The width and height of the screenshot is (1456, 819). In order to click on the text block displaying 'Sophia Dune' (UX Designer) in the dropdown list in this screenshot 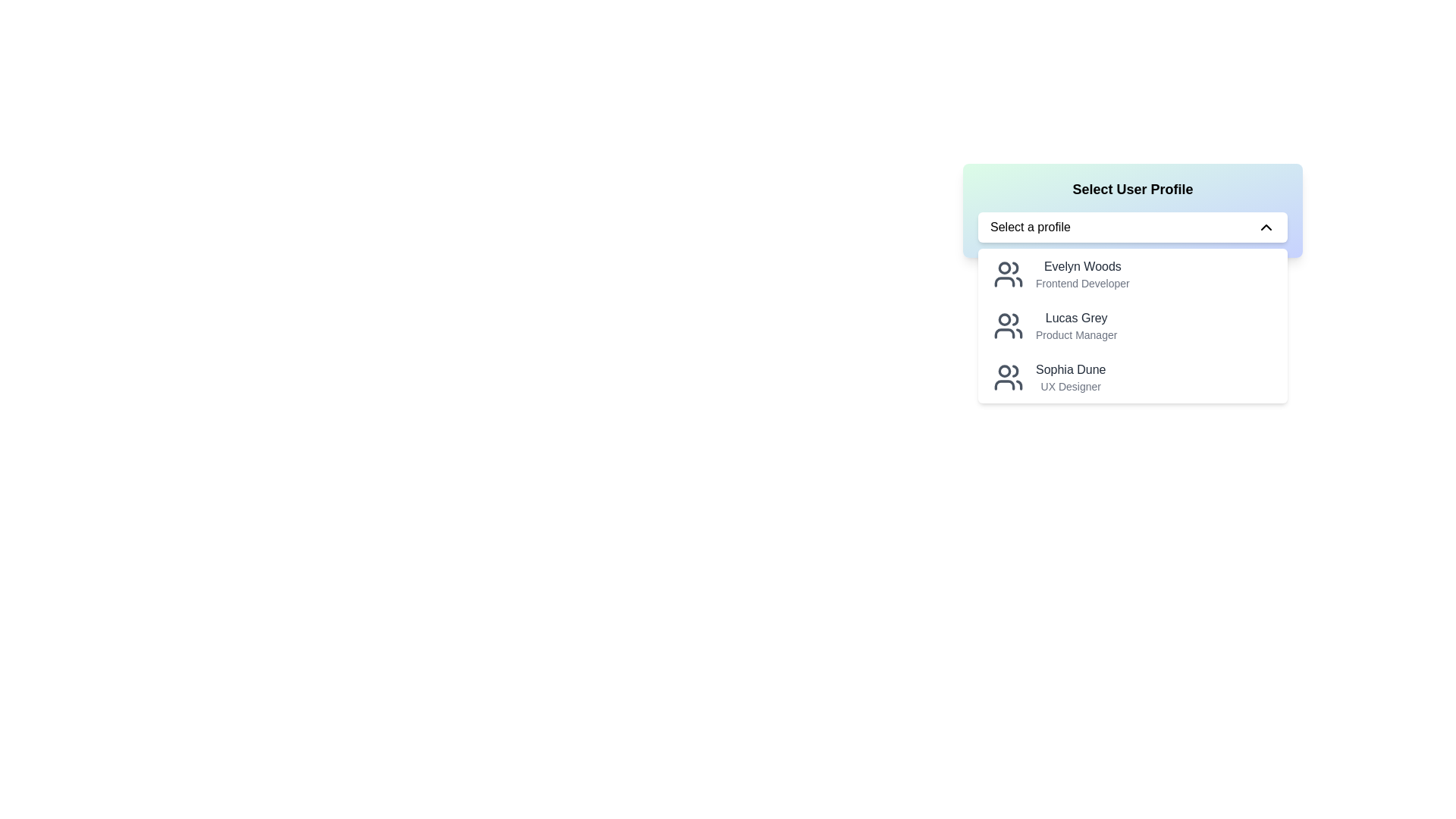, I will do `click(1070, 376)`.